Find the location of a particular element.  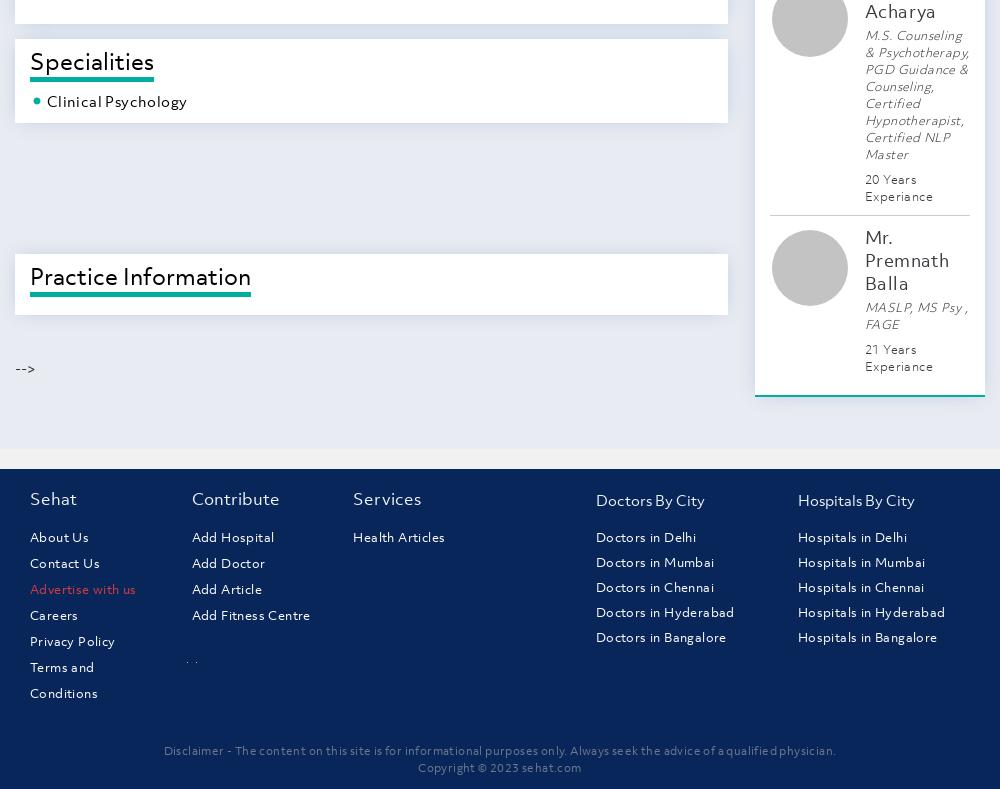

'Doctors in Bangalore' is located at coordinates (660, 635).